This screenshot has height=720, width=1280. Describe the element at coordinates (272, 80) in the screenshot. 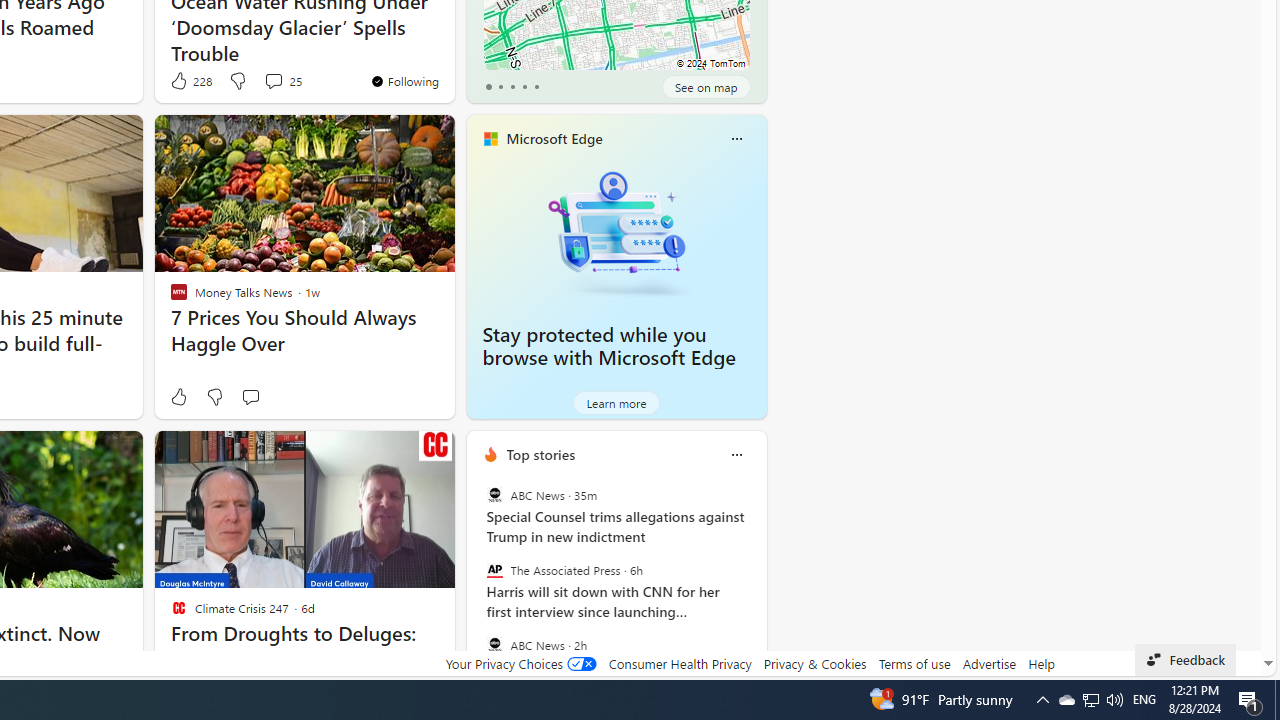

I see `'View comments 25 Comment'` at that location.